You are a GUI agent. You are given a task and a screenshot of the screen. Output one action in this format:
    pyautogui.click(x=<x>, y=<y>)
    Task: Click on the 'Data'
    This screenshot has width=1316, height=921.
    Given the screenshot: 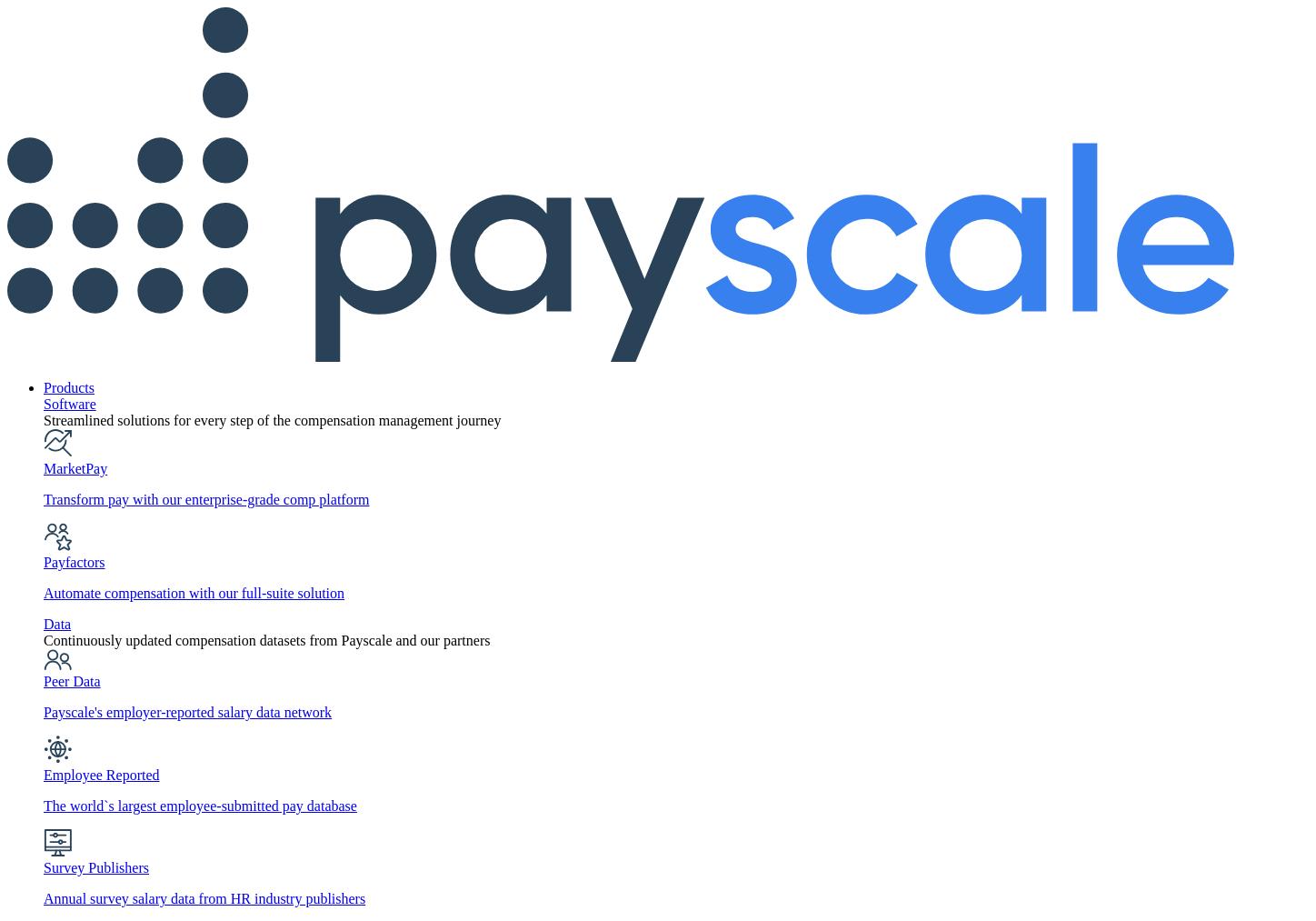 What is the action you would take?
    pyautogui.click(x=56, y=623)
    